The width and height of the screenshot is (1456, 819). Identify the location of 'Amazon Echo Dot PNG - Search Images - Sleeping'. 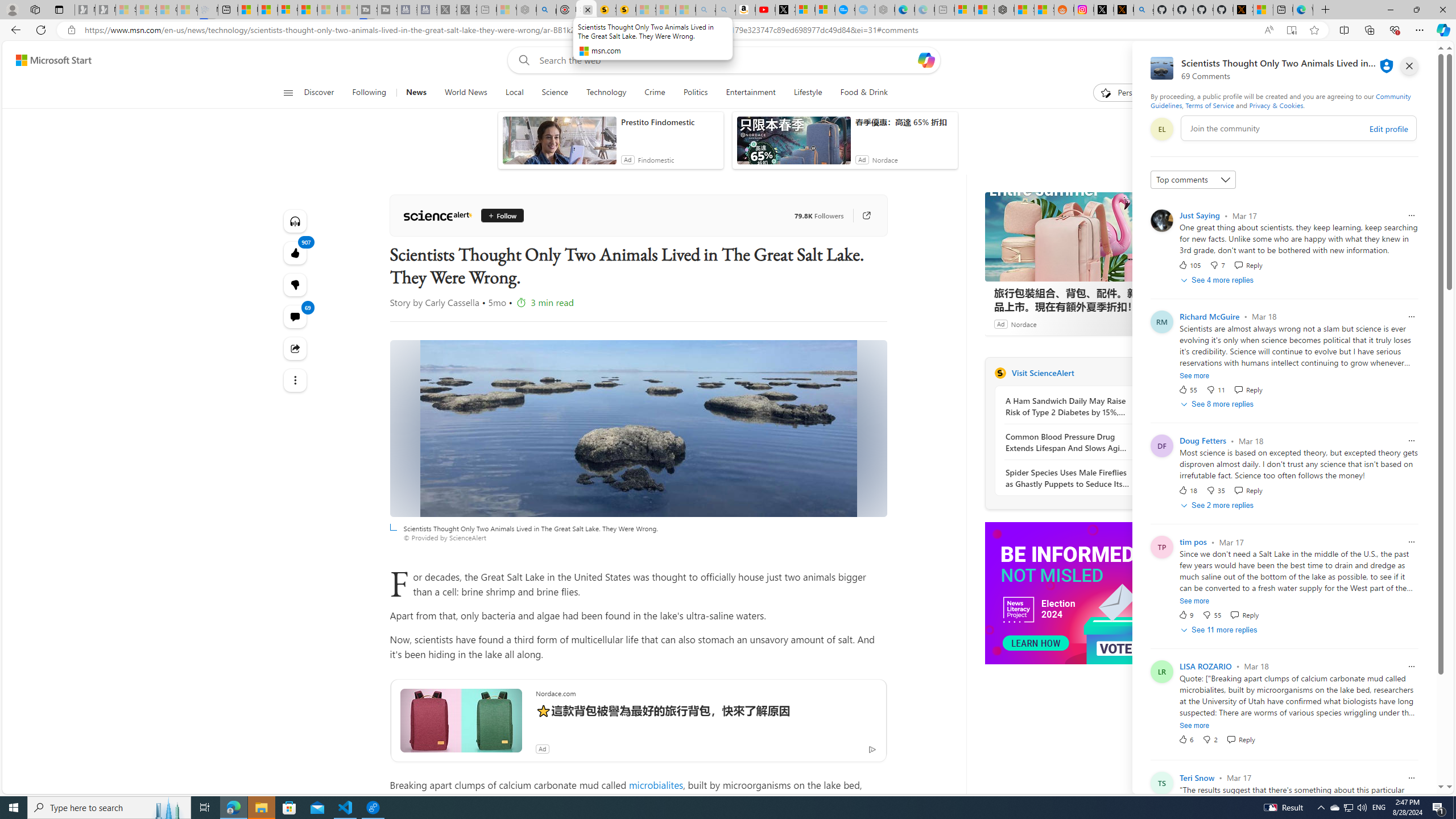
(725, 9).